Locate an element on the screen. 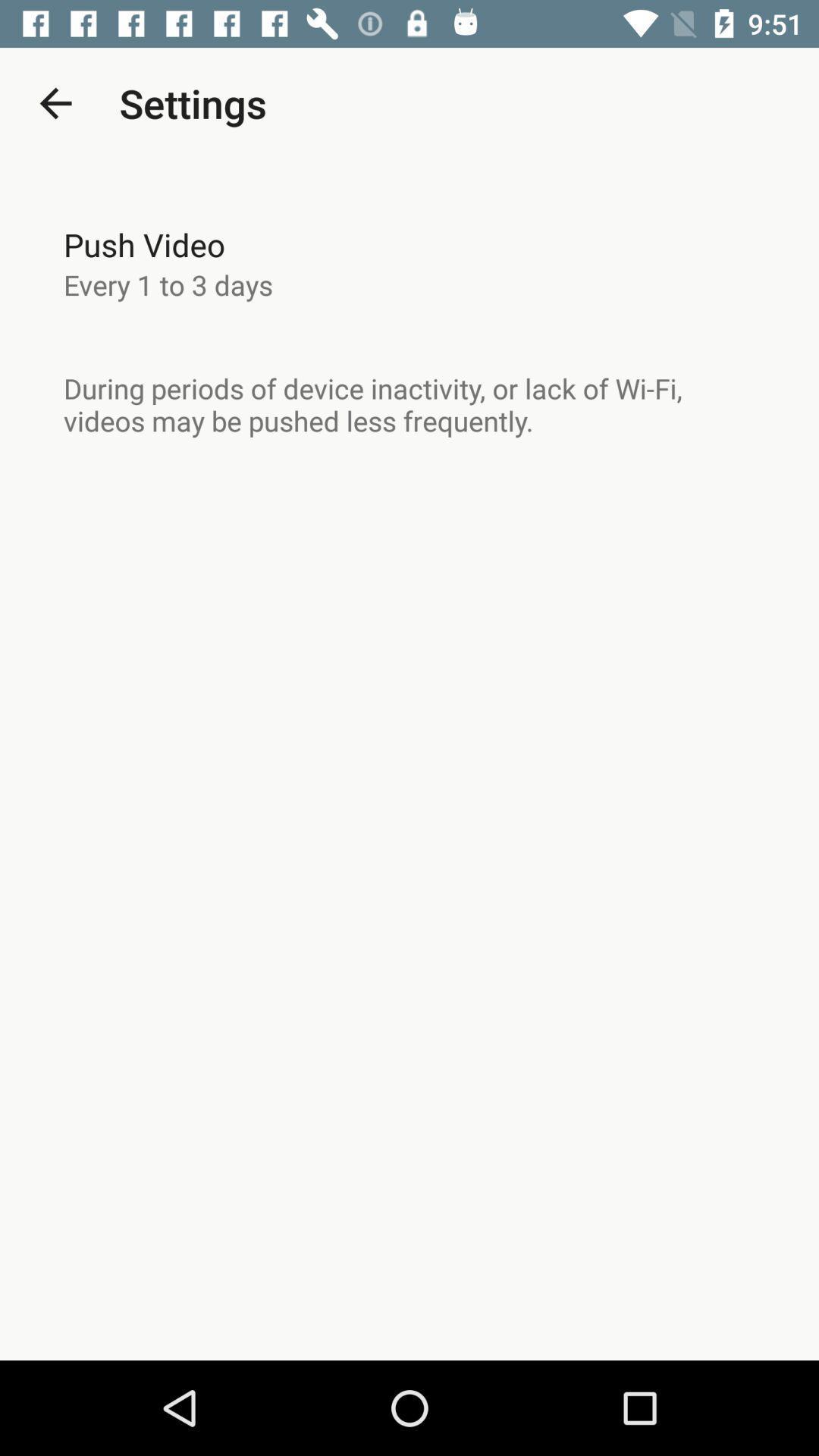  the item below every 1 to item is located at coordinates (409, 404).